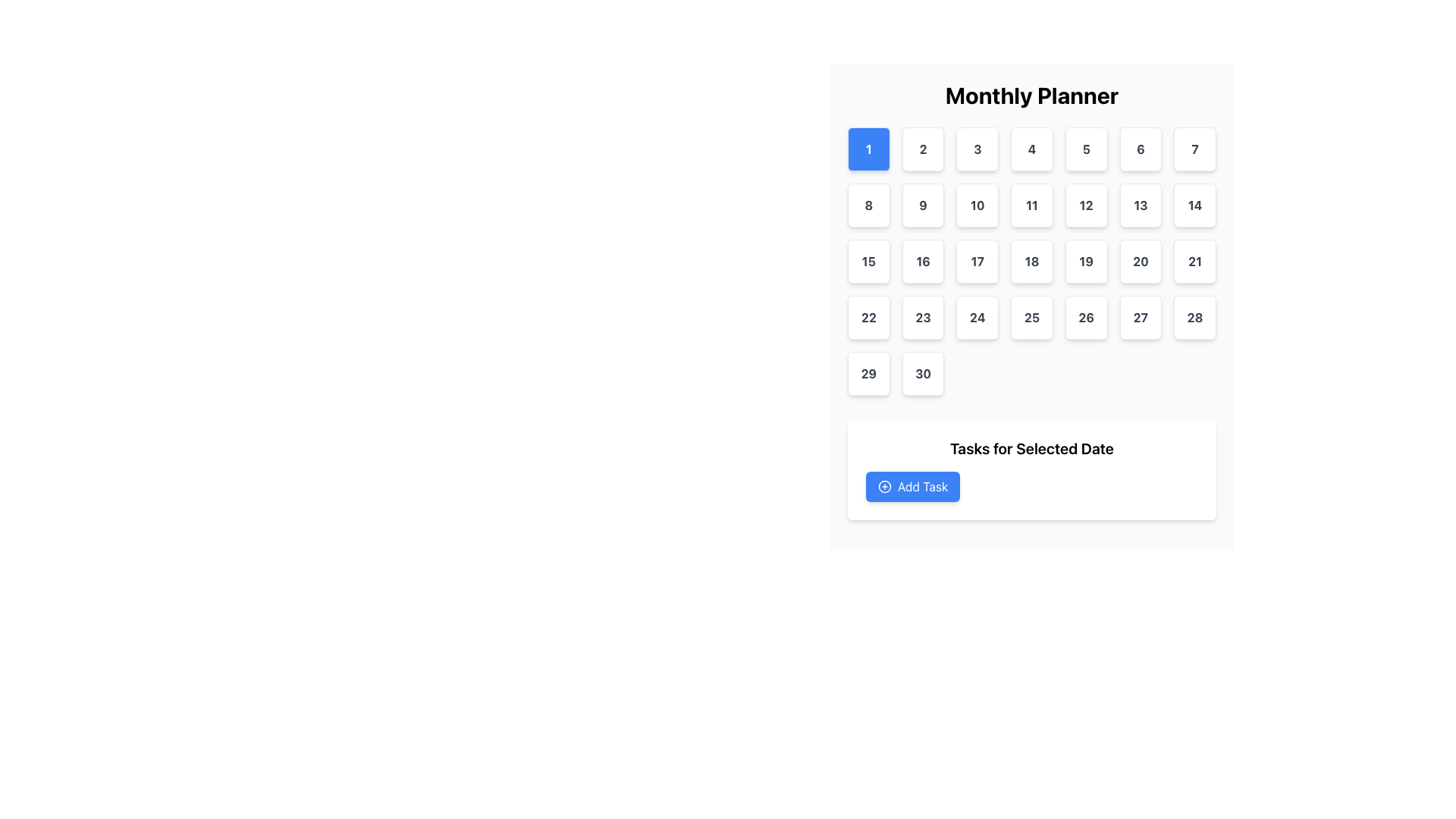  I want to click on from the fourth cell in the third row of the clickable calendar day grid, which contains the number '18', so click(1031, 260).